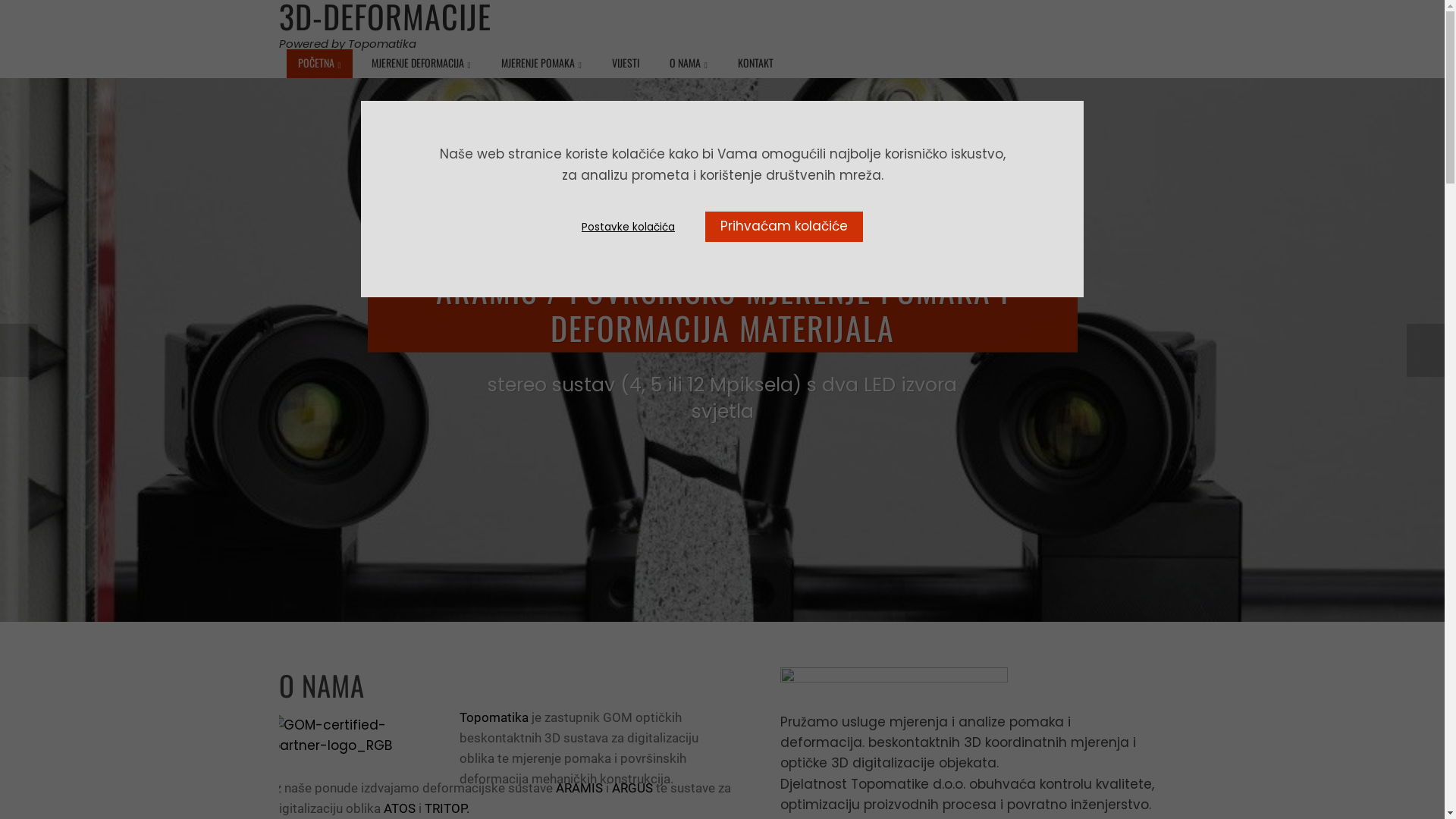  I want to click on 'O NAMA', so click(687, 63).